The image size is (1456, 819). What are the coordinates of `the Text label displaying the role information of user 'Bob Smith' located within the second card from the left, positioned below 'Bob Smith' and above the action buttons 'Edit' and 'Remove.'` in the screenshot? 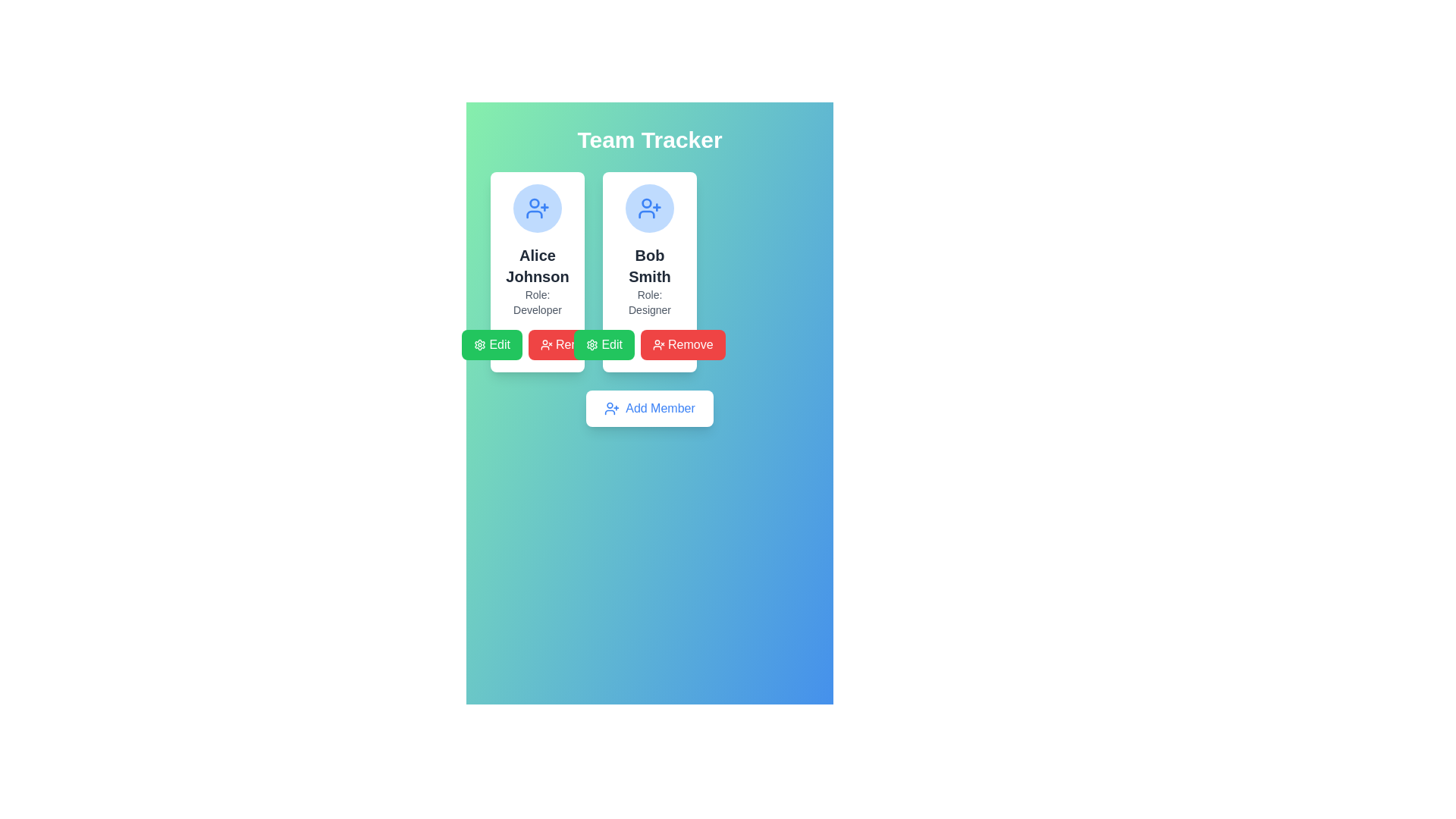 It's located at (650, 302).